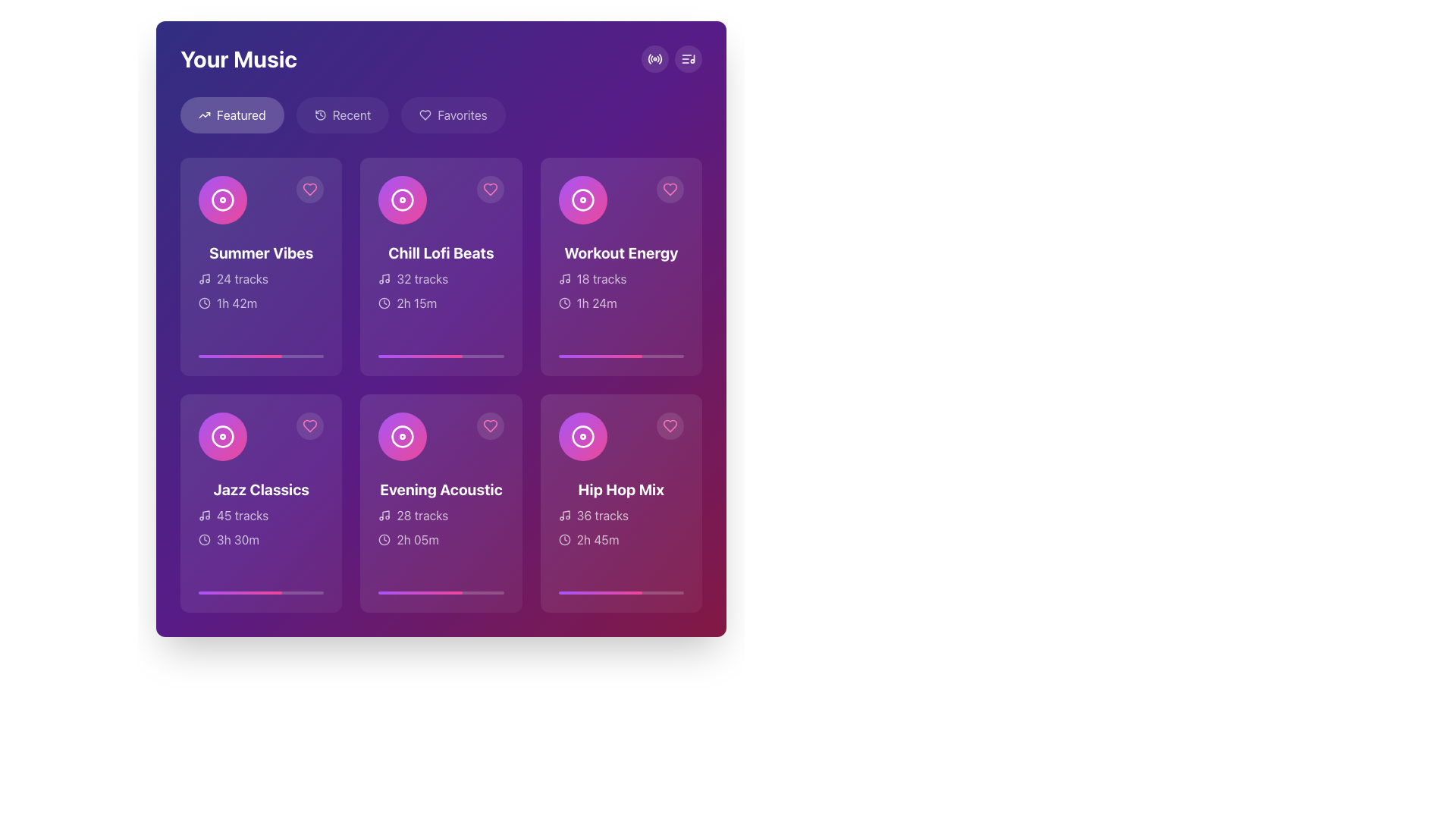 This screenshot has height=819, width=1456. I want to click on the text label displaying '2h 15m' which is positioned next to a small clock icon in the second item of the top row of the grid, so click(416, 303).